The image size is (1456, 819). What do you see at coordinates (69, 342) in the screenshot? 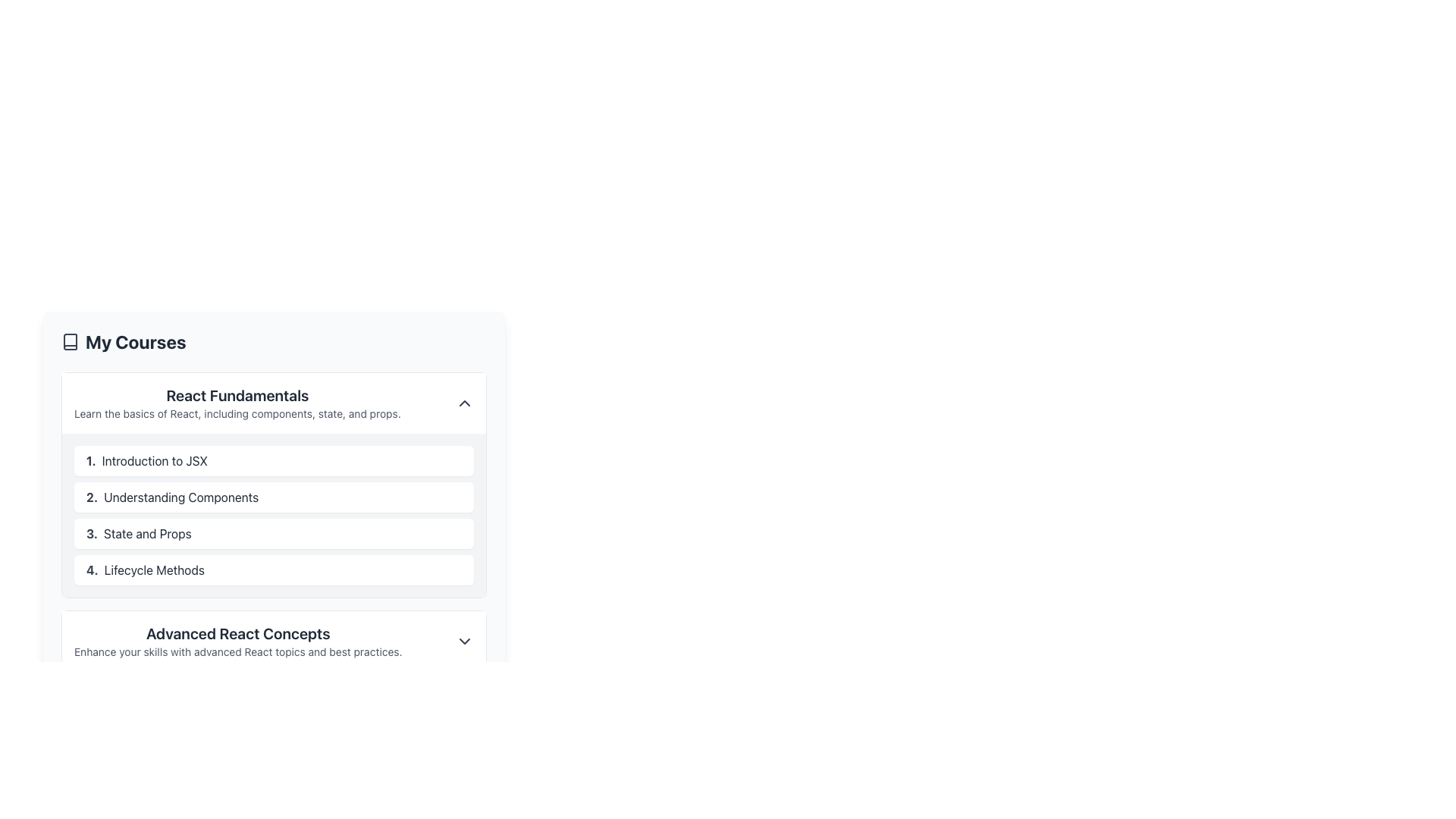
I see `the small gray book icon located next to the 'My Courses' text heading` at bounding box center [69, 342].